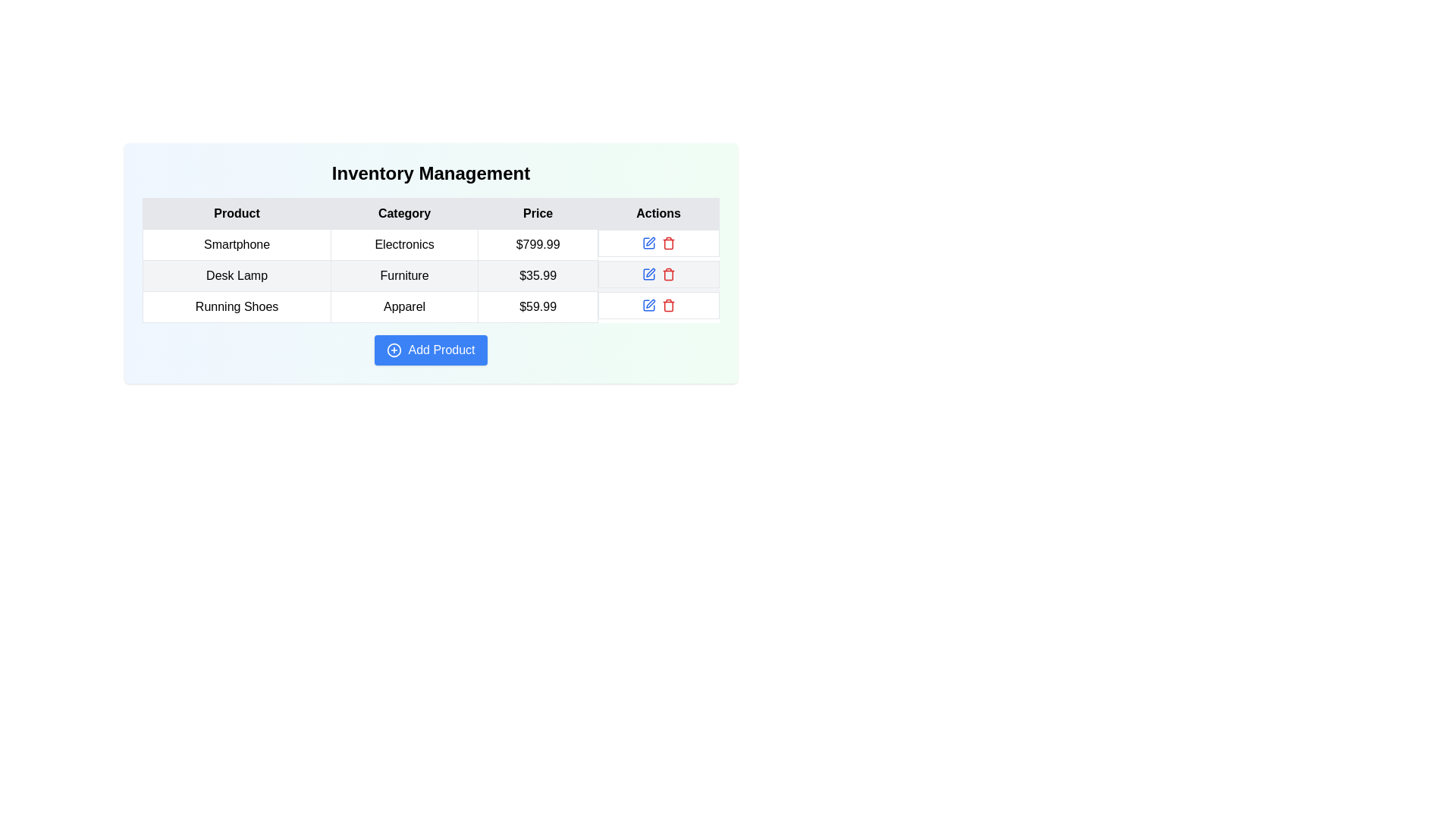 The image size is (1456, 819). Describe the element at coordinates (430, 307) in the screenshot. I see `table cell in the third row under the 'Category' column displaying the text 'Apparel' for text purposes` at that location.